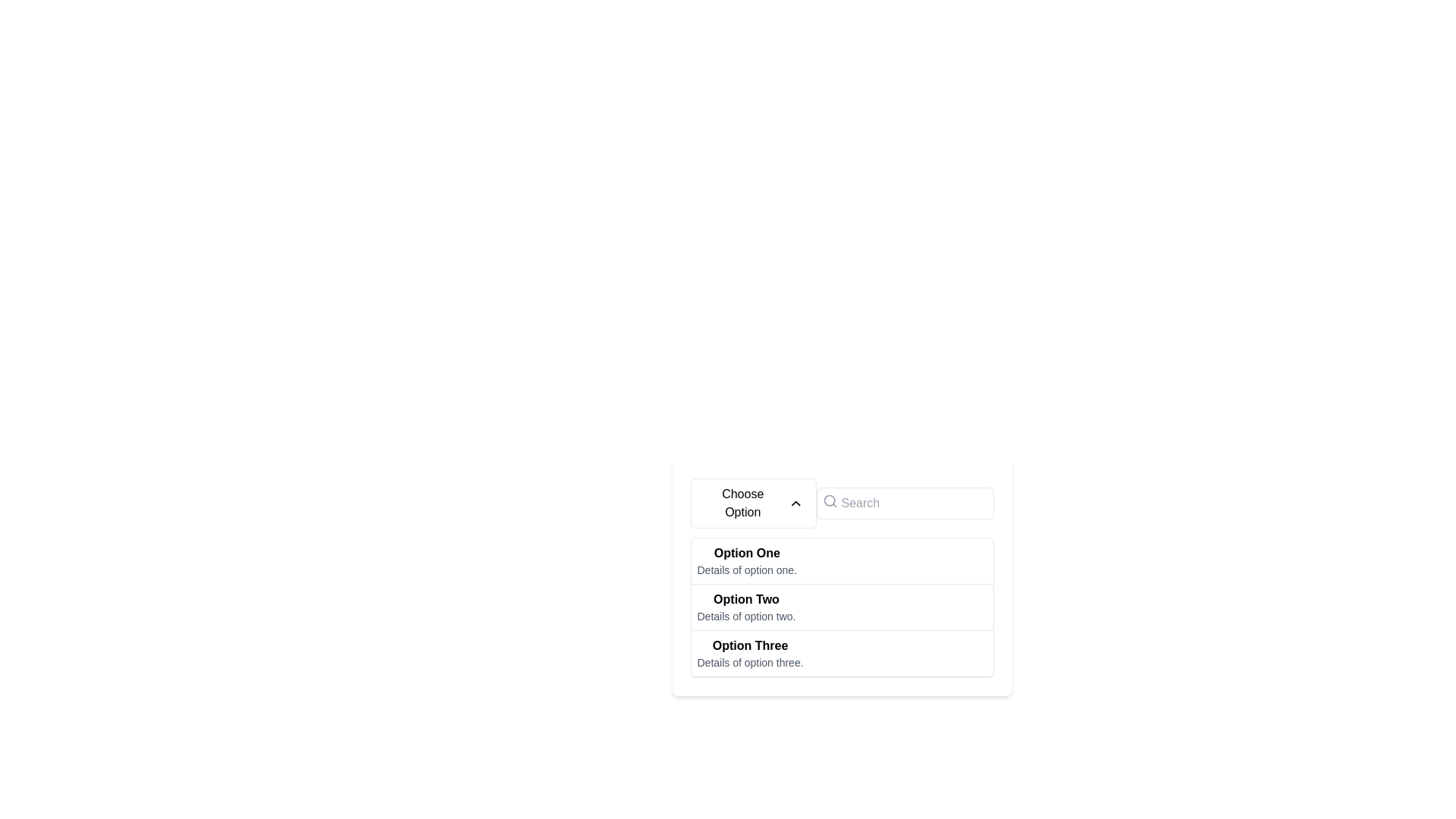  What do you see at coordinates (747, 553) in the screenshot?
I see `text displayed in the first dropdown option labeled as the title or header, which is positioned above 'Details of option one.'` at bounding box center [747, 553].